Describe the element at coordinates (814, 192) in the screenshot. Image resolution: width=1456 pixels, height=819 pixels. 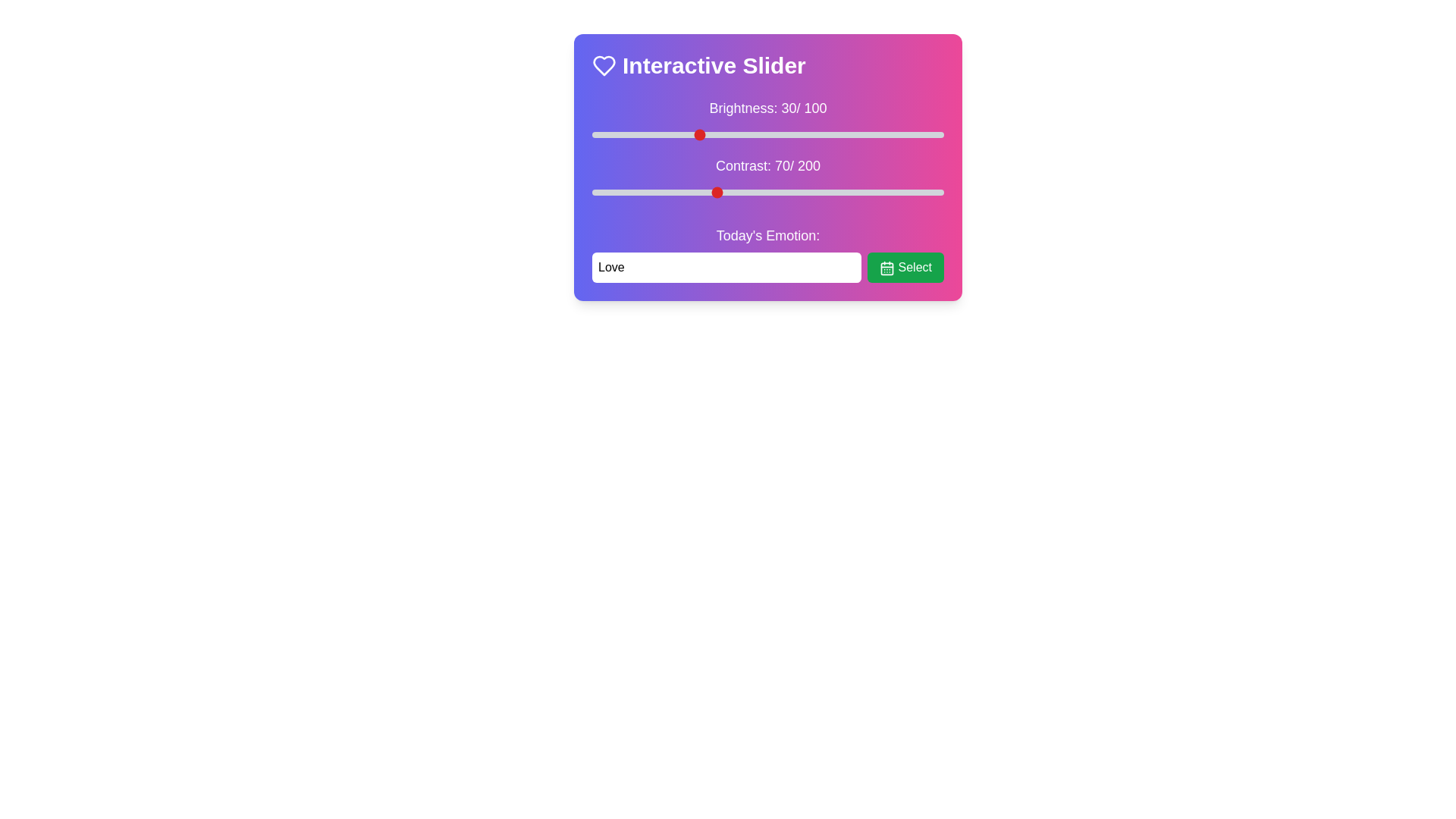
I see `the contrast slider to 127` at that location.